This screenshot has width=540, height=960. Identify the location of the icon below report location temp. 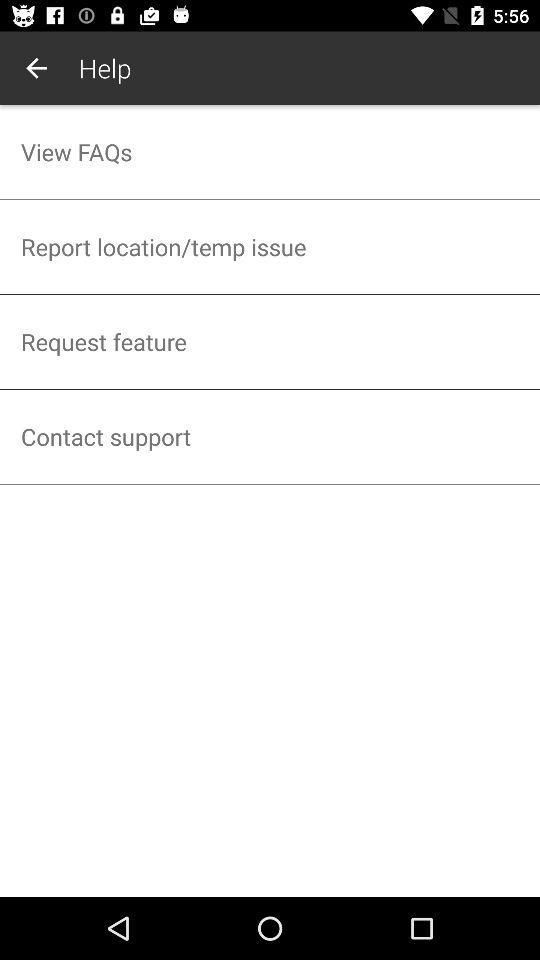
(270, 342).